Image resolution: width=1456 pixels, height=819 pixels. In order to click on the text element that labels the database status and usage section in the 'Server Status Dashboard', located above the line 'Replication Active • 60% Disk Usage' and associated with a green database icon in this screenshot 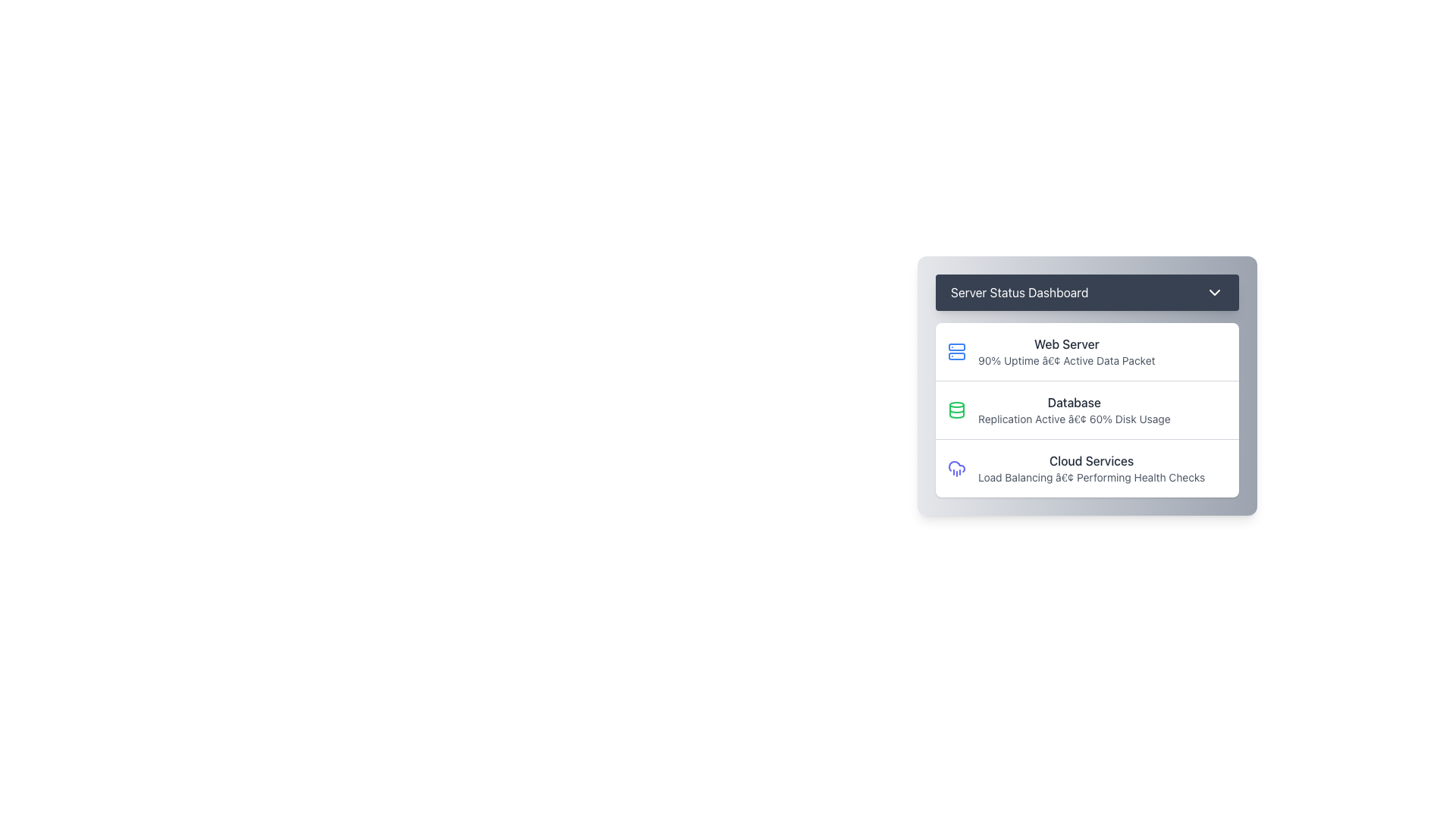, I will do `click(1073, 402)`.